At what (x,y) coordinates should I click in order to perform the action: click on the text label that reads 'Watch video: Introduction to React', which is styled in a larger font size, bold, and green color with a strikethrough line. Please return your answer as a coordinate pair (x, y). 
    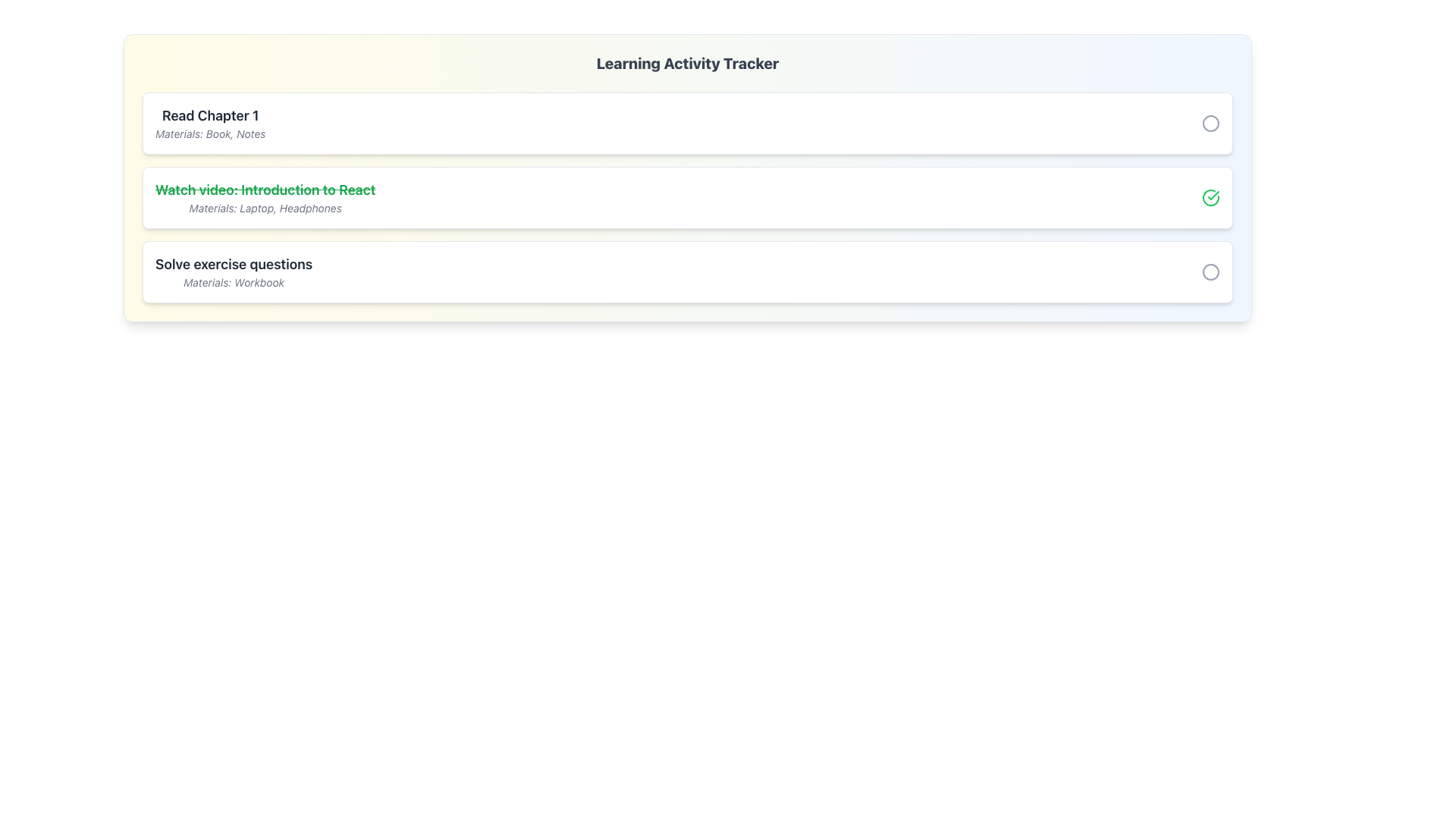
    Looking at the image, I should click on (265, 189).